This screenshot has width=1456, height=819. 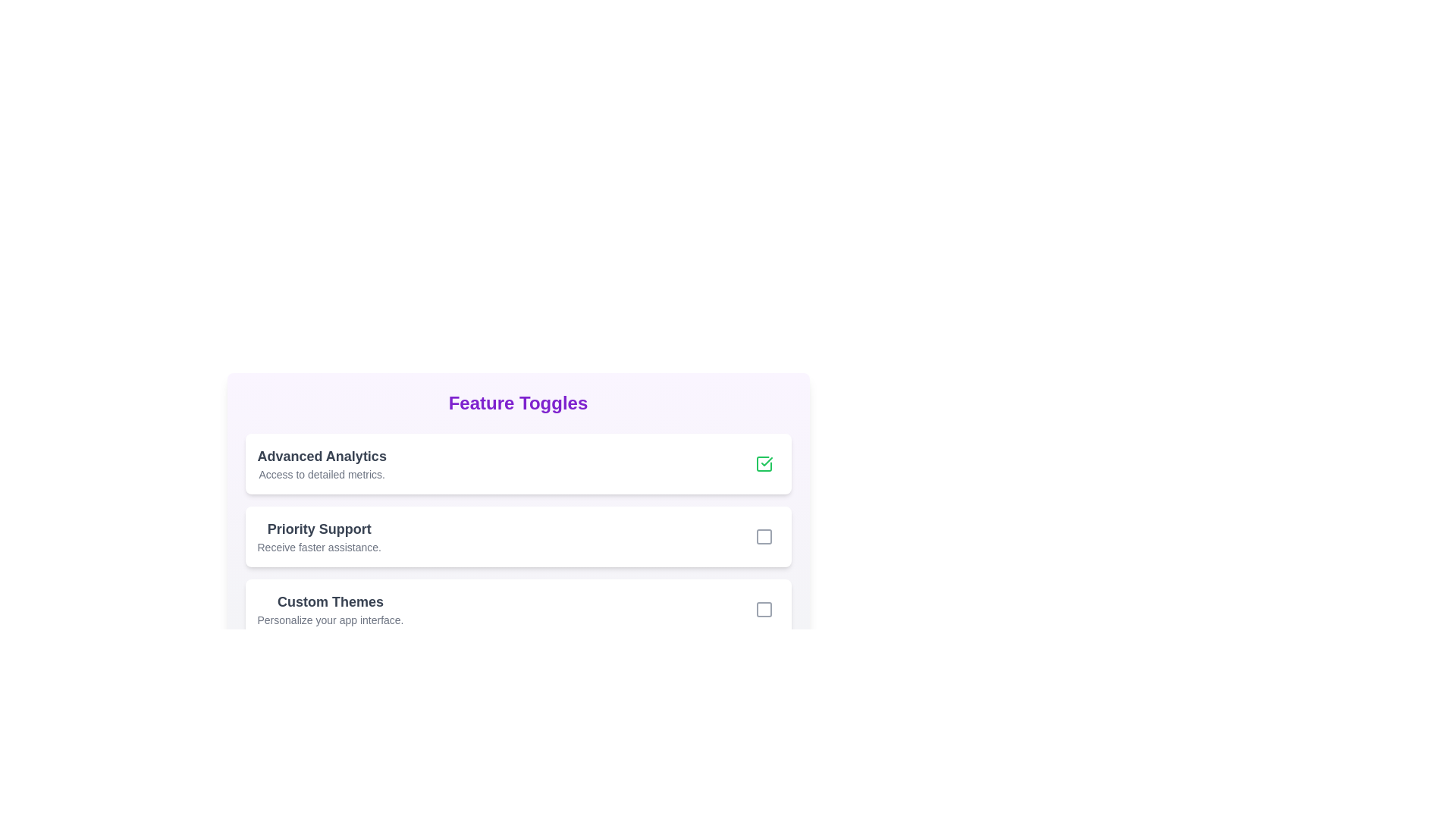 What do you see at coordinates (764, 536) in the screenshot?
I see `the square-shaped checkbox located at the right end of the 'Priority Support' feature card to observe any hover effects` at bounding box center [764, 536].